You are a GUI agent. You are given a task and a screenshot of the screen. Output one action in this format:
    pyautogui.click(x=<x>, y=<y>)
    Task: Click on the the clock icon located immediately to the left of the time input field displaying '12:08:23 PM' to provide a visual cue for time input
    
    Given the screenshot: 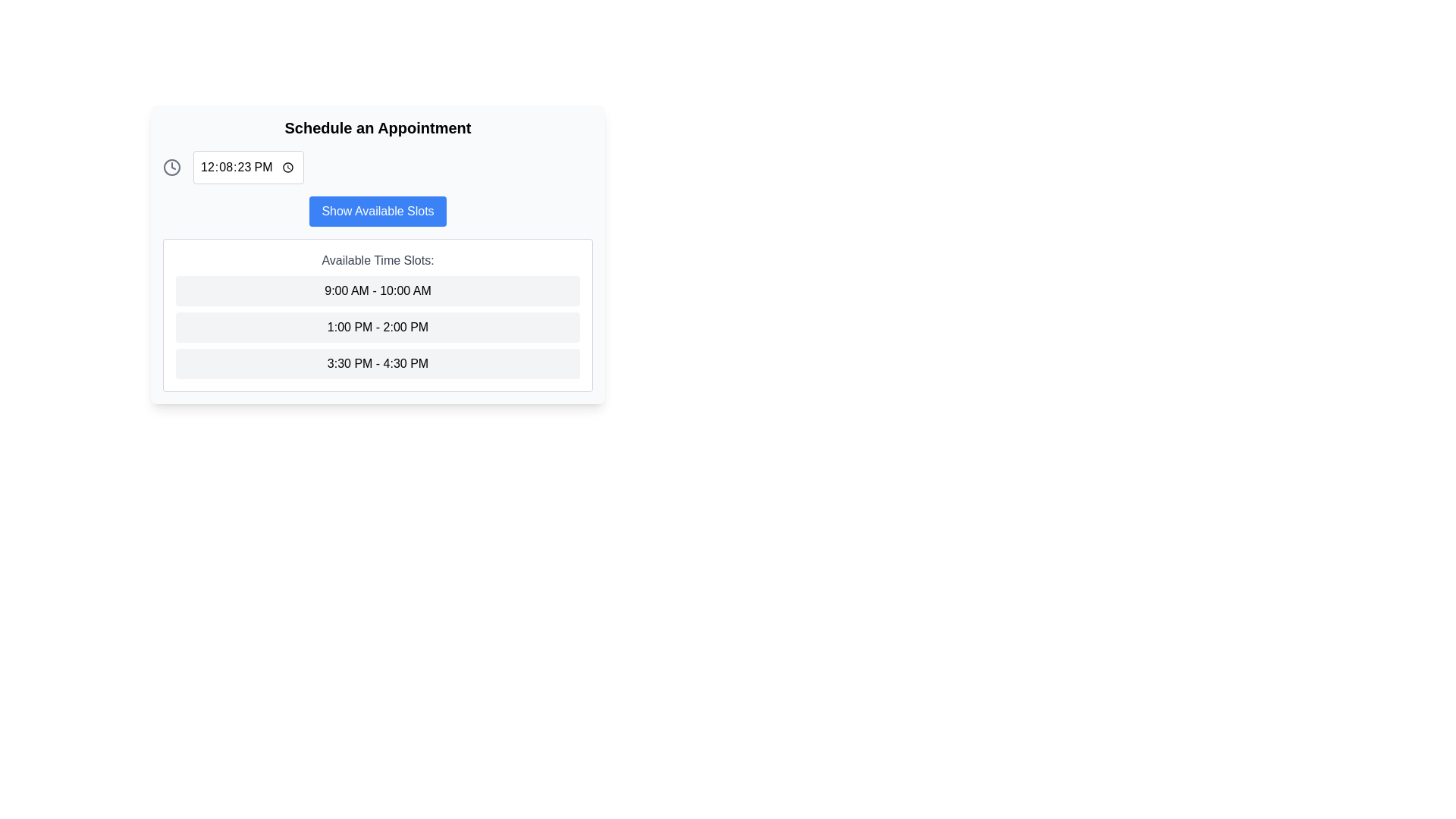 What is the action you would take?
    pyautogui.click(x=171, y=167)
    